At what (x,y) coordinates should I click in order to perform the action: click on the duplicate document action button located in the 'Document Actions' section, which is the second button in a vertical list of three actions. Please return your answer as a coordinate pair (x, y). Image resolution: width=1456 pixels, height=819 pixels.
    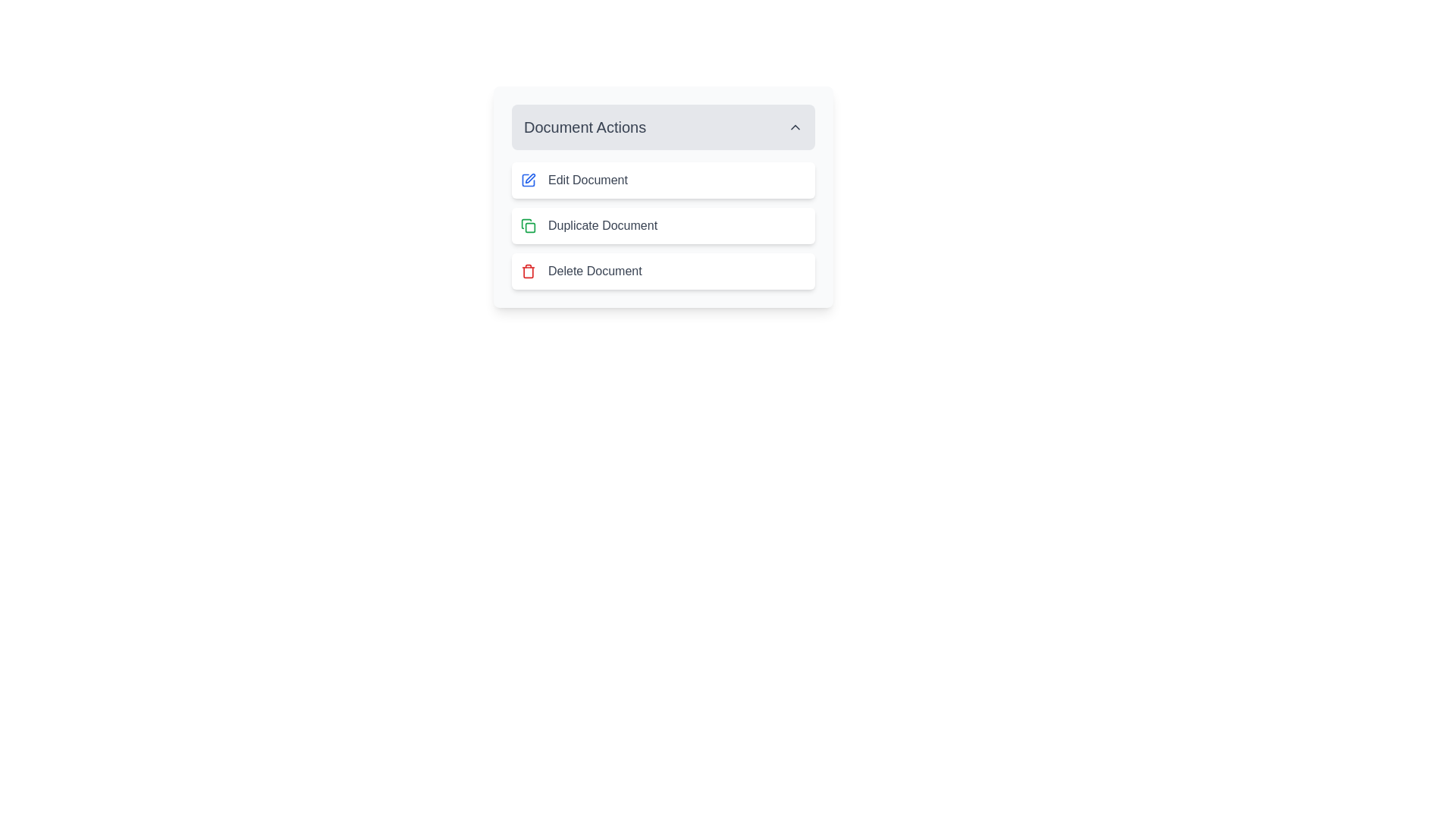
    Looking at the image, I should click on (663, 225).